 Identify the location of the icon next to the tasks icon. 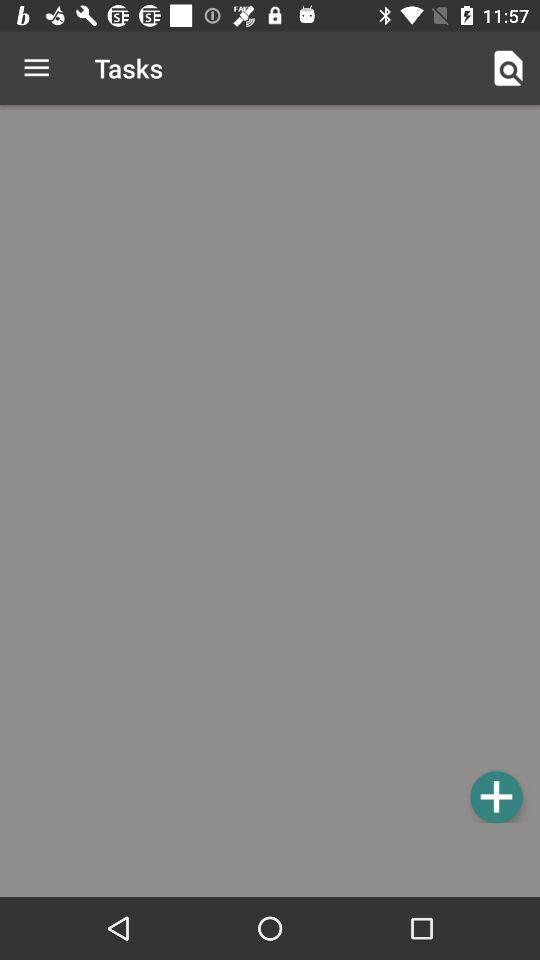
(36, 68).